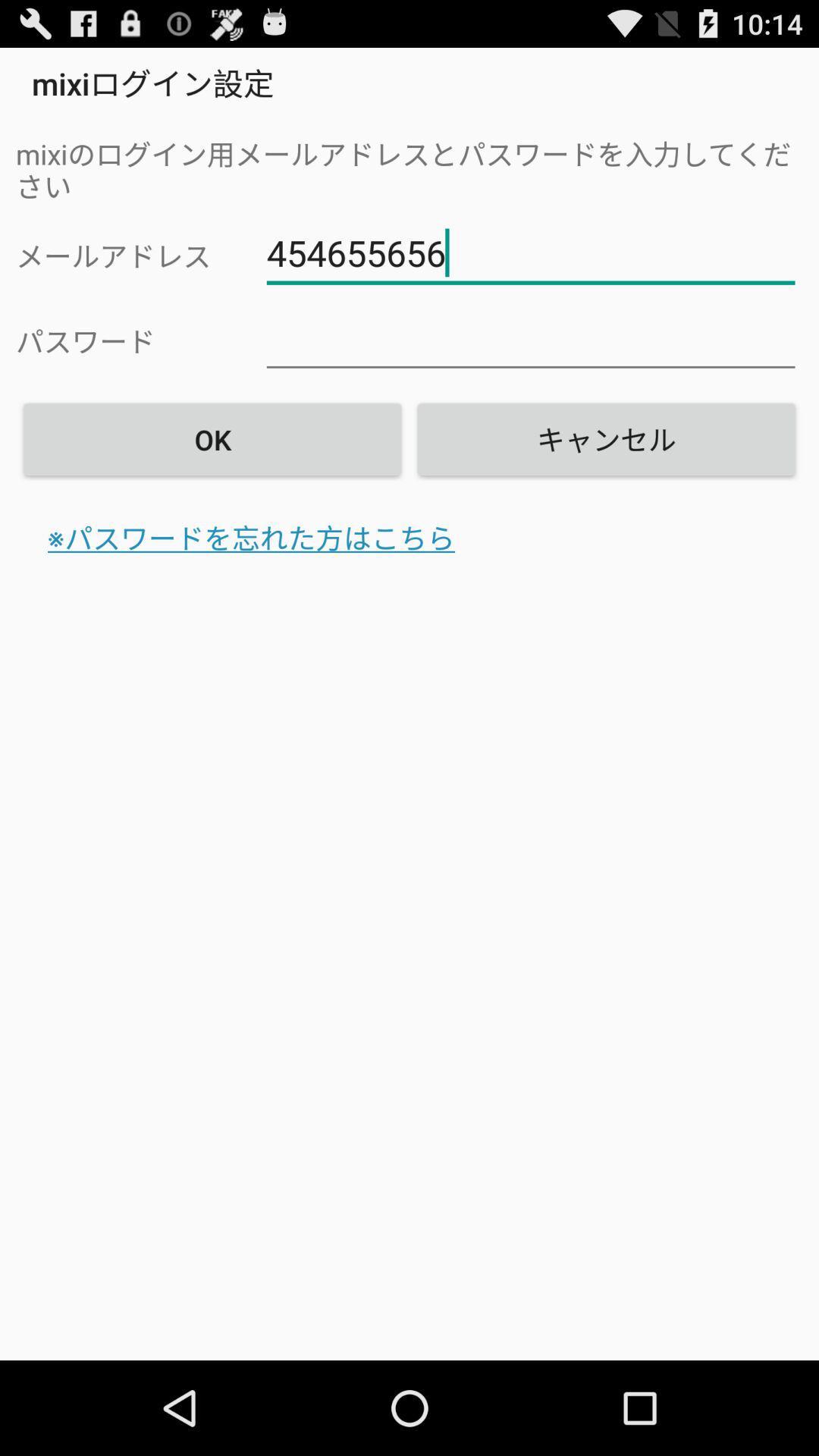 The width and height of the screenshot is (819, 1456). I want to click on the icon on the left, so click(250, 538).